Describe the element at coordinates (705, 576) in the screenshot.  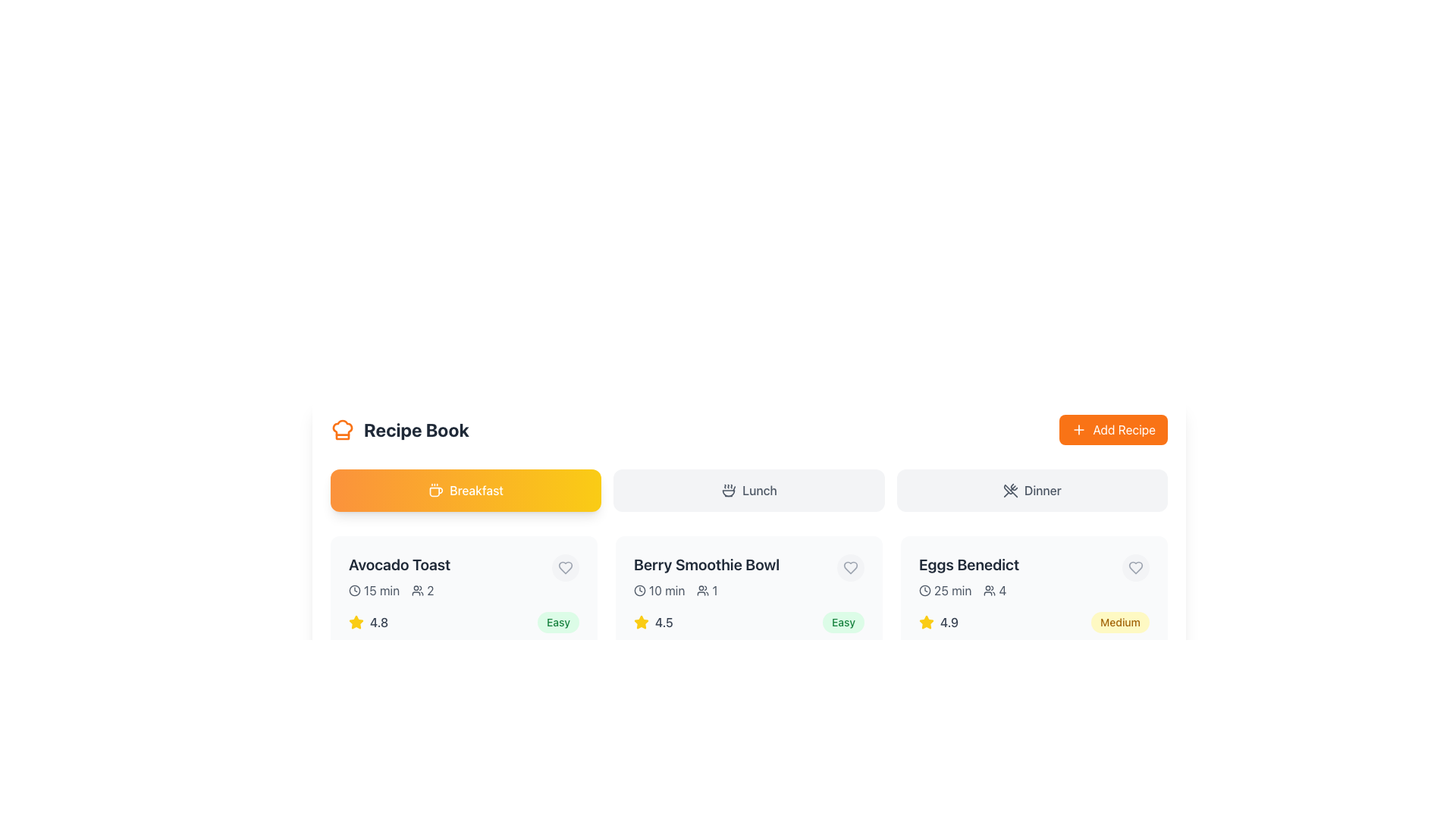
I see `the static display element titled 'Berry Smoothie Bowl', which includes the details '10 min' and '1', positioned below the 'Breakfast' section and between 'Avocado Toast' and 'Eggs Benedict'` at that location.